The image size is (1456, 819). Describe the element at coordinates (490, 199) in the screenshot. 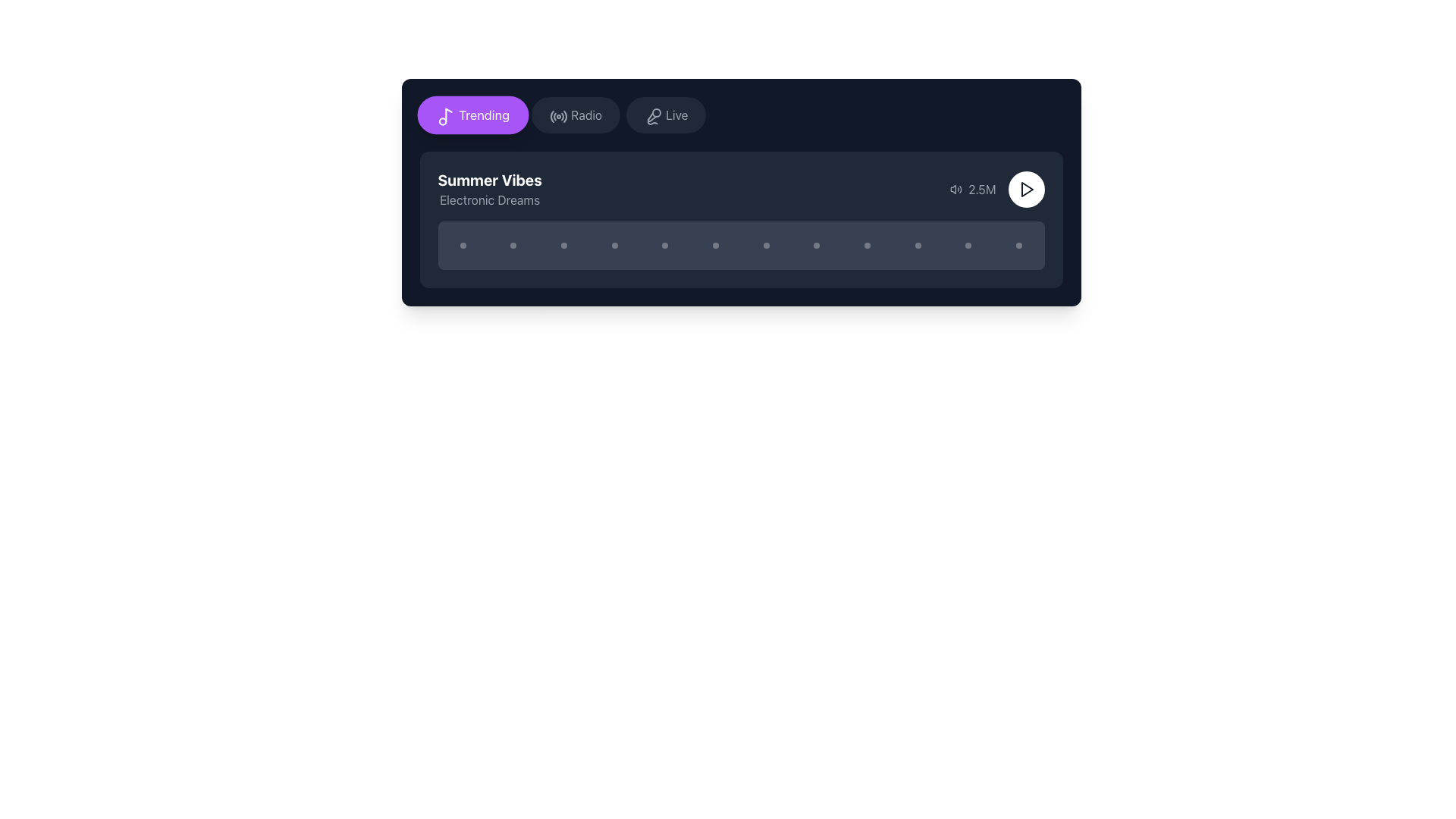

I see `the 'Electronic Dreams' text label, which is a smaller gray font positioned directly beneath the larger 'Summer Vibes' label within the content card` at that location.